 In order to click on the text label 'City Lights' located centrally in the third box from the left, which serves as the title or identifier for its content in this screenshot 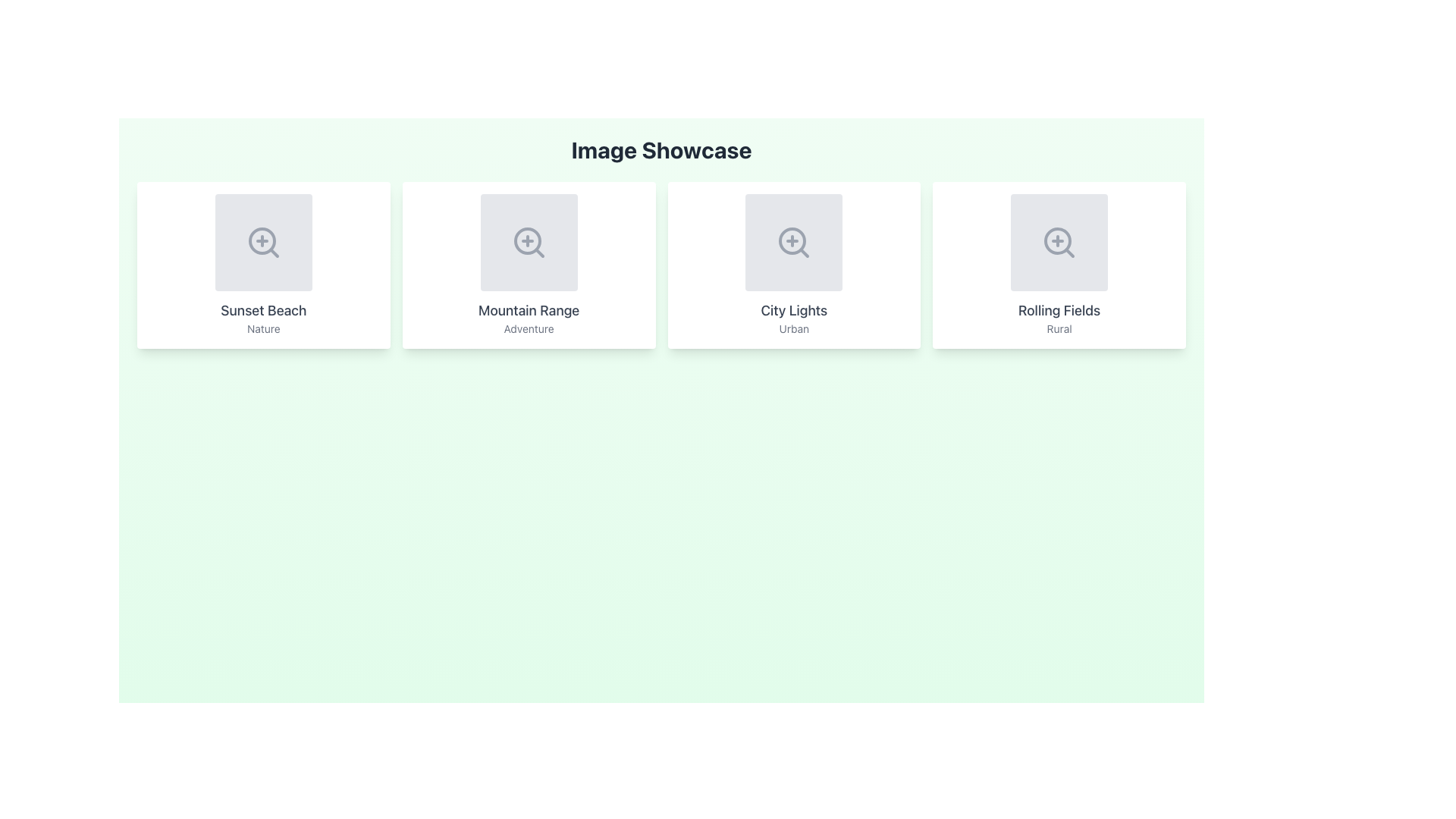, I will do `click(793, 309)`.